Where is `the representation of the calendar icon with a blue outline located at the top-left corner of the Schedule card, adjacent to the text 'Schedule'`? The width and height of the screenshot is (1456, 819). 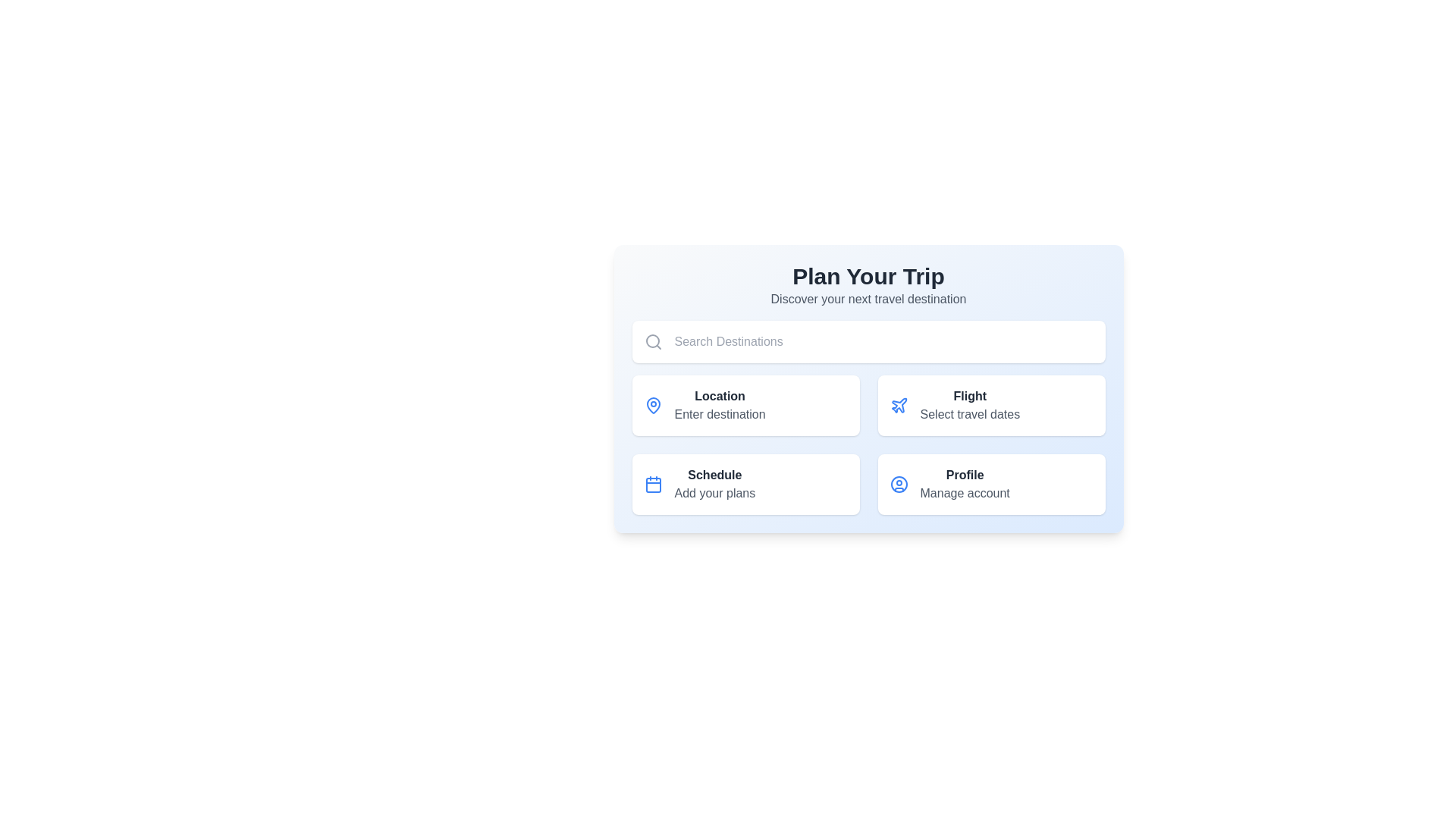
the representation of the calendar icon with a blue outline located at the top-left corner of the Schedule card, adjacent to the text 'Schedule' is located at coordinates (653, 485).